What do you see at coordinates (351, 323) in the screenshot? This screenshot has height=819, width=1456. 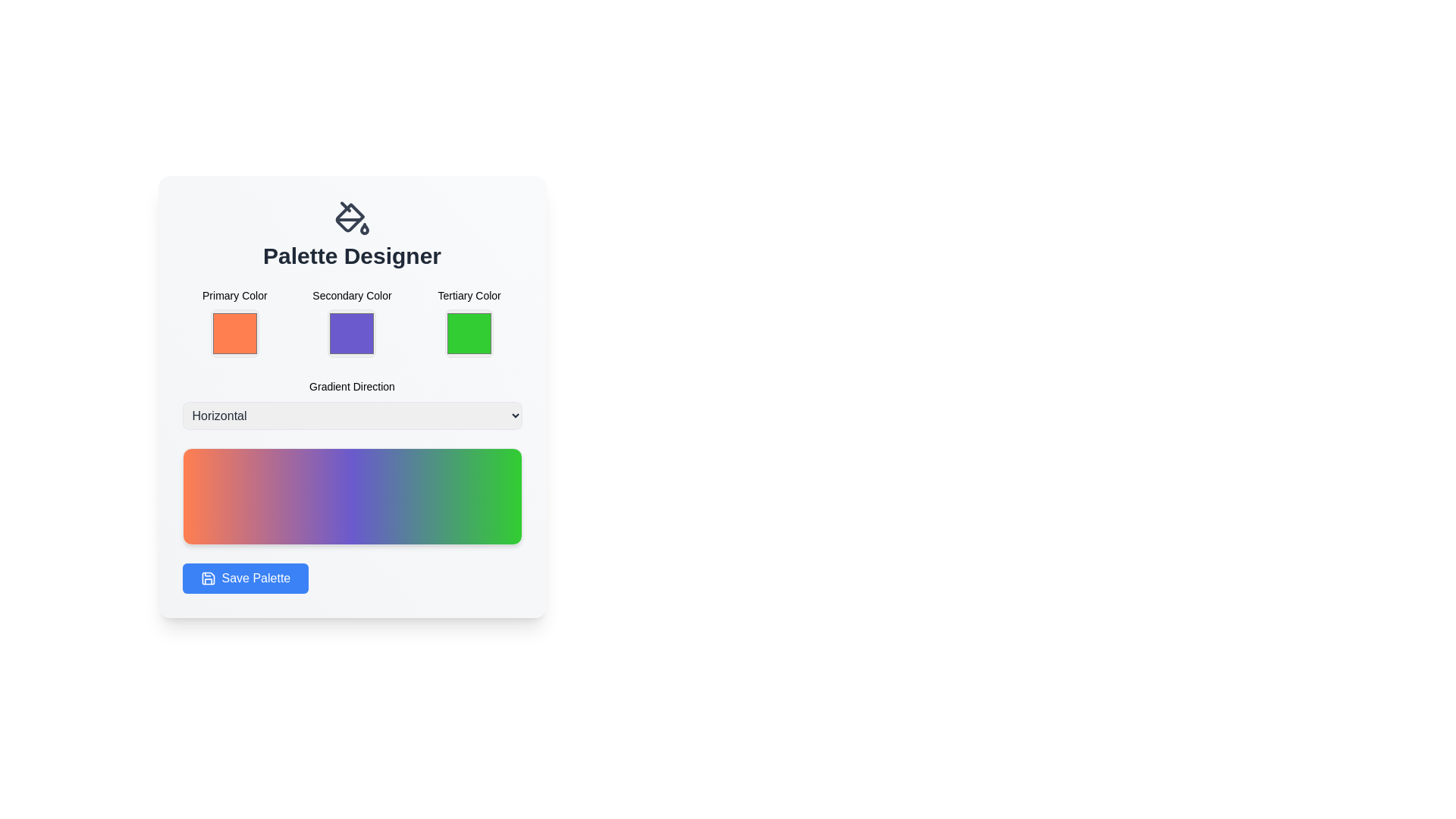 I see `the interactive color selection block labeled 'Secondary Color' with a purple background` at bounding box center [351, 323].